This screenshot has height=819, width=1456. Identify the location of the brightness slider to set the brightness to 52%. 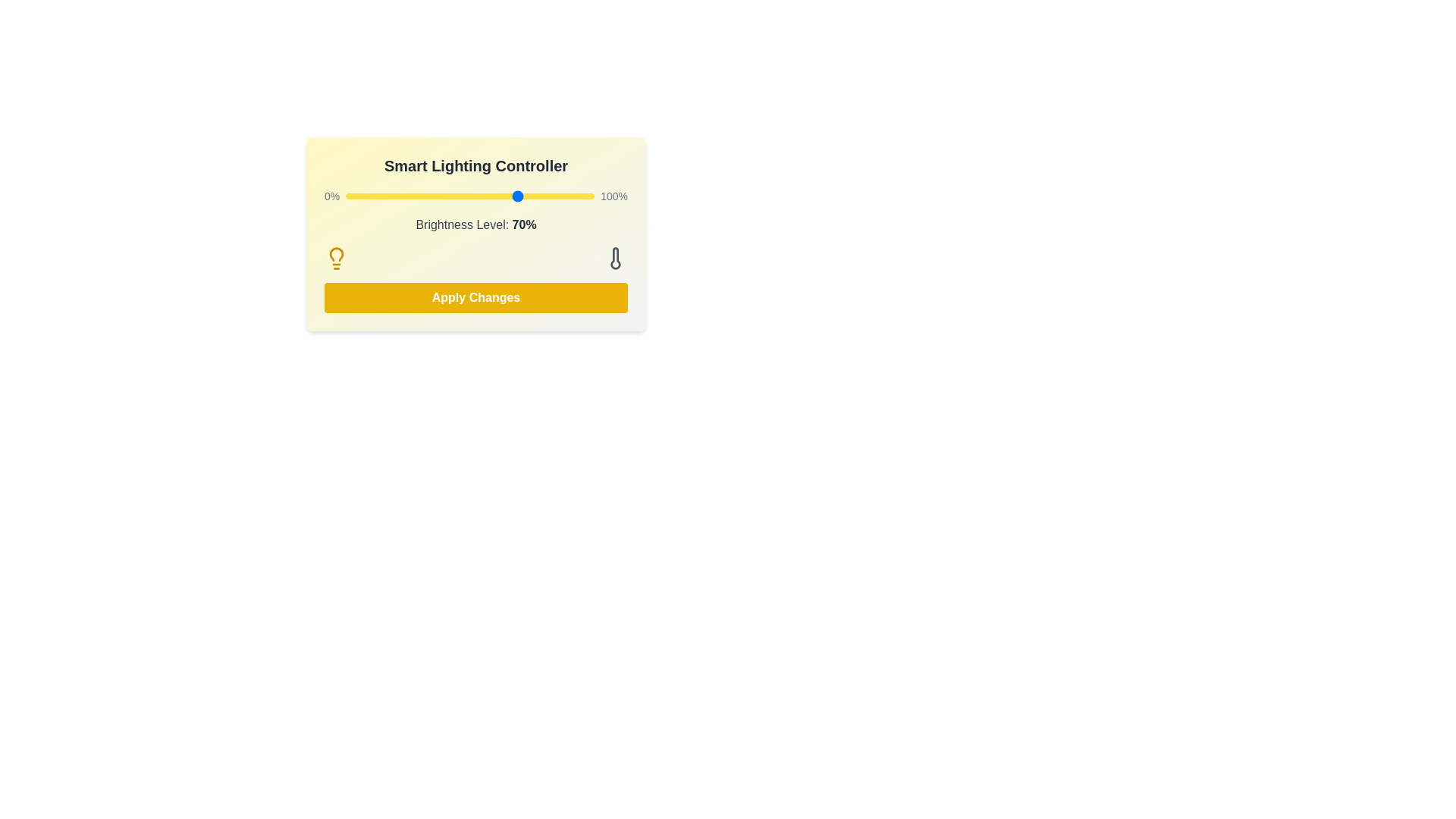
(474, 195).